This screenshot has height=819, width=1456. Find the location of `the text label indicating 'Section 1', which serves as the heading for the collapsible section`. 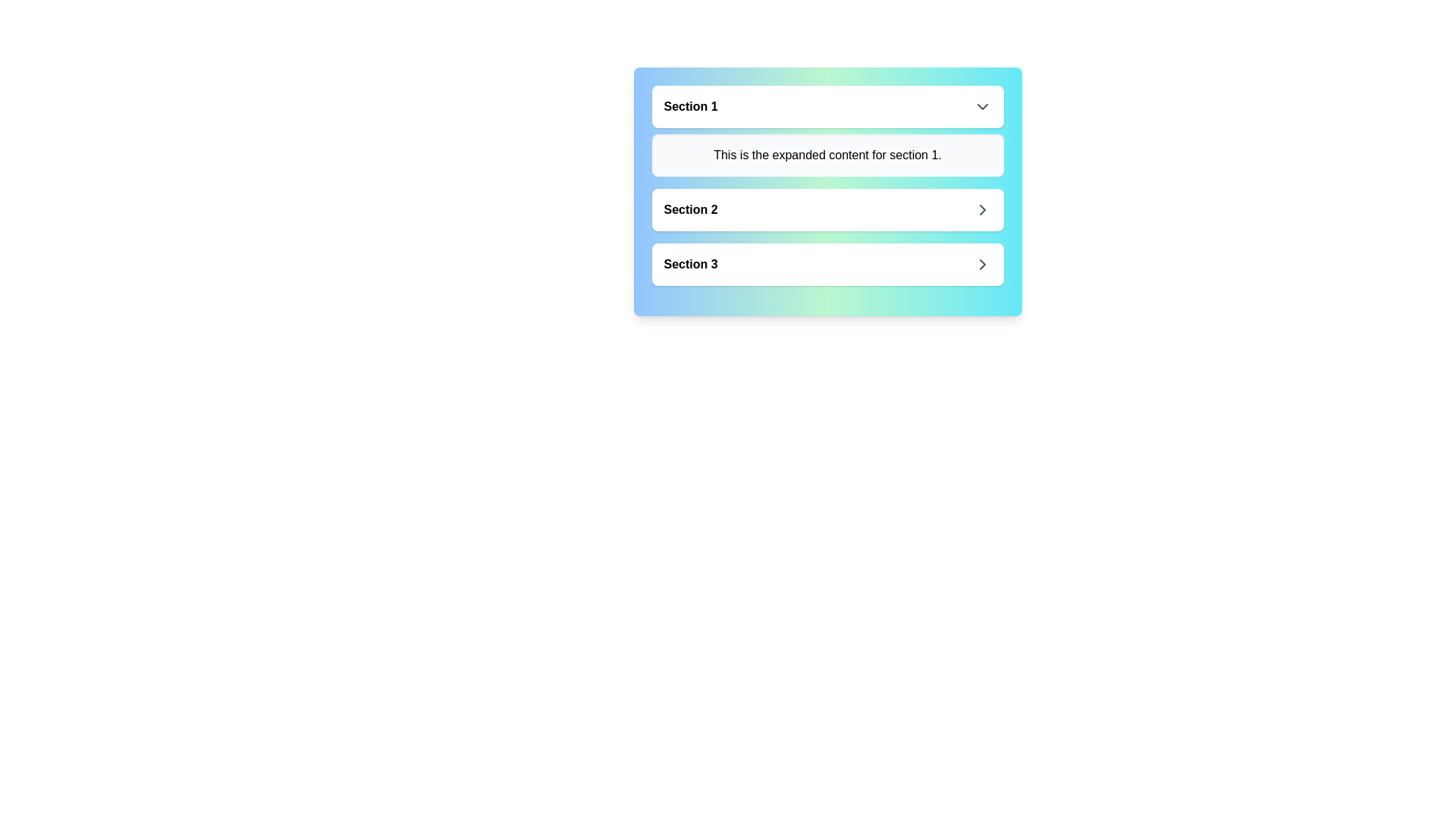

the text label indicating 'Section 1', which serves as the heading for the collapsible section is located at coordinates (690, 106).